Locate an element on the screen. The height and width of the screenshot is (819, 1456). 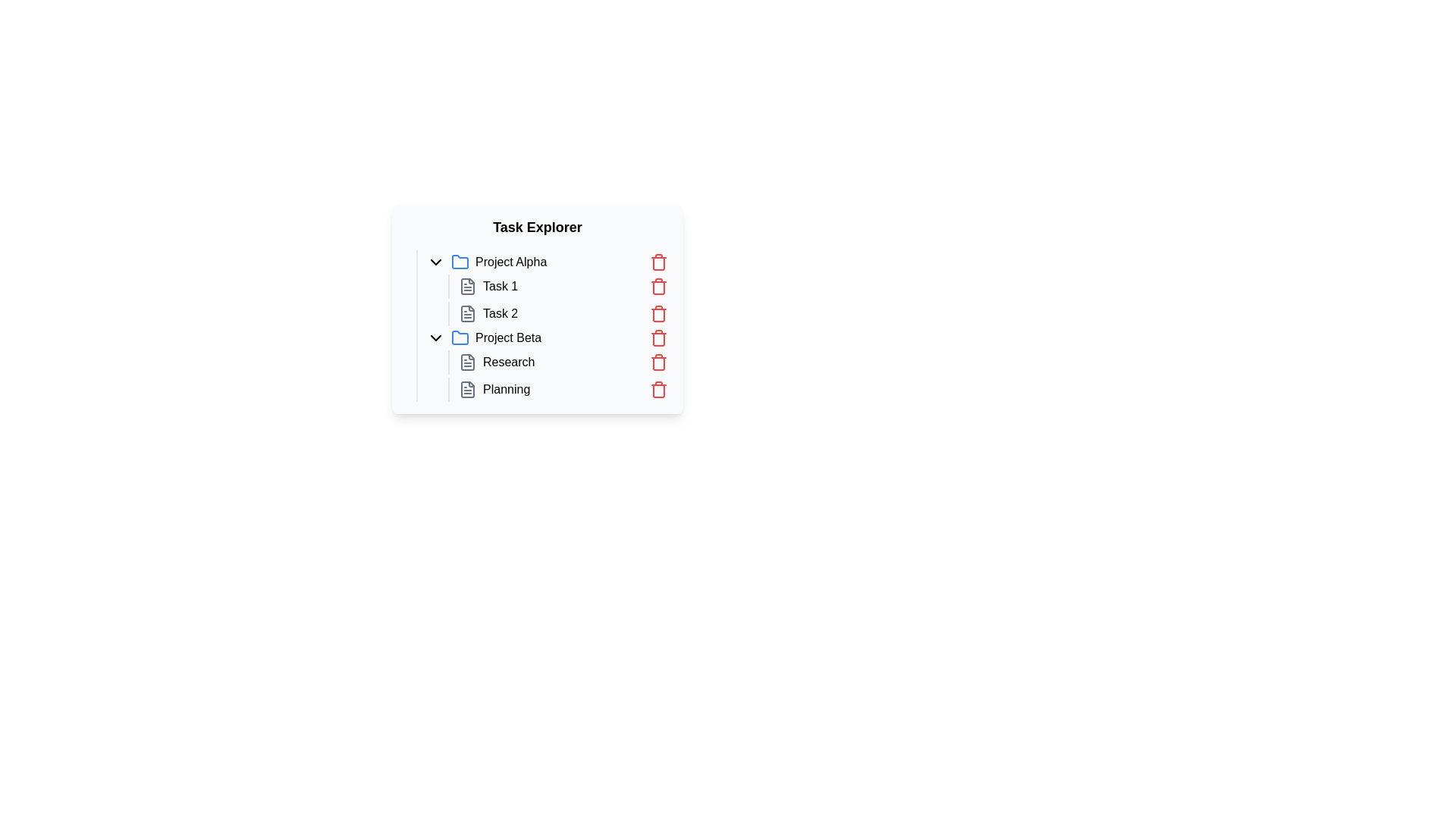
the 'Task 1' text label, which serves as an informational identifier for a specific task under the 'Project Alpha' section in the task explorer interface is located at coordinates (500, 287).